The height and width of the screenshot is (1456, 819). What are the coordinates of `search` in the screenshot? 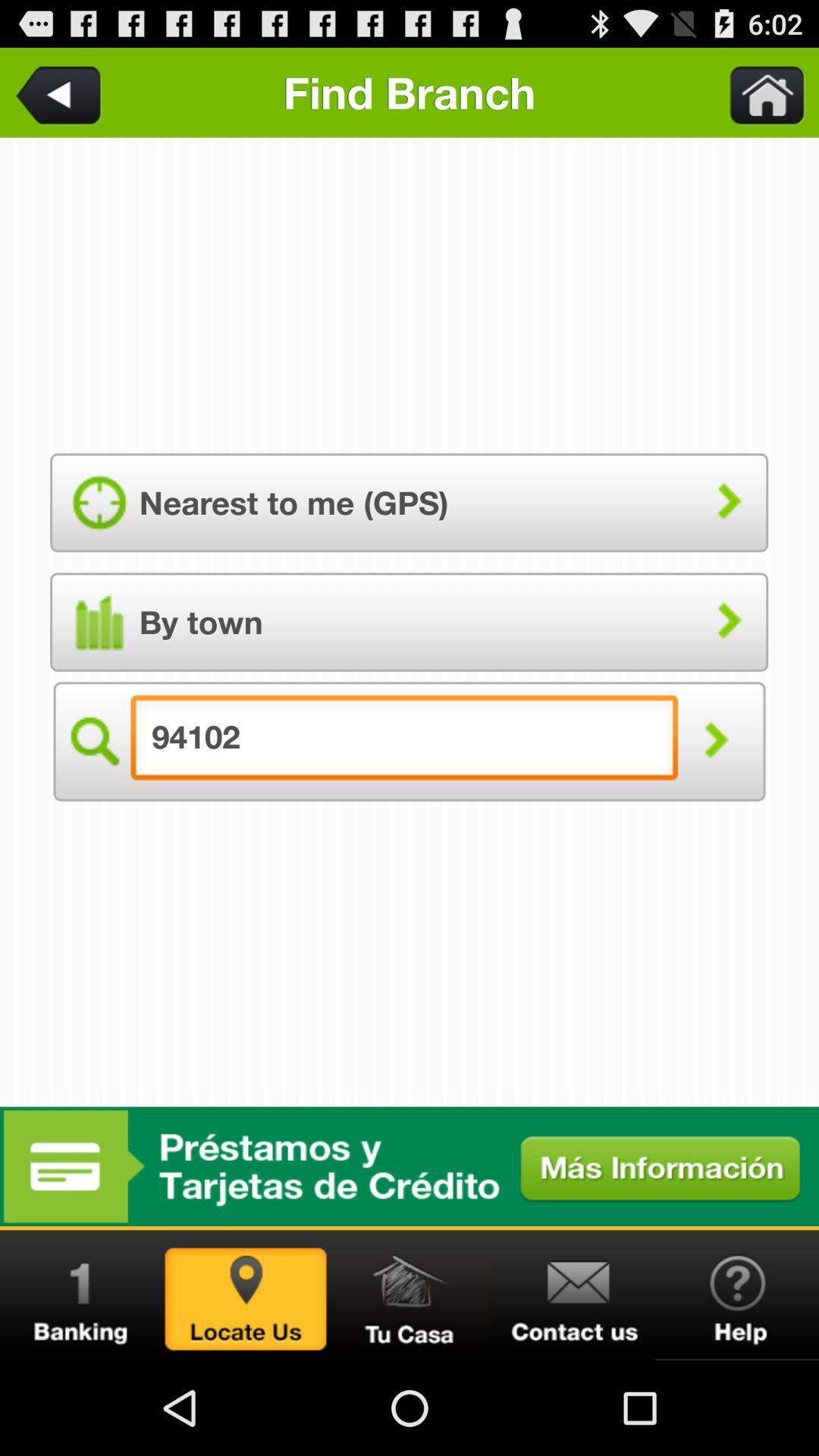 It's located at (93, 741).